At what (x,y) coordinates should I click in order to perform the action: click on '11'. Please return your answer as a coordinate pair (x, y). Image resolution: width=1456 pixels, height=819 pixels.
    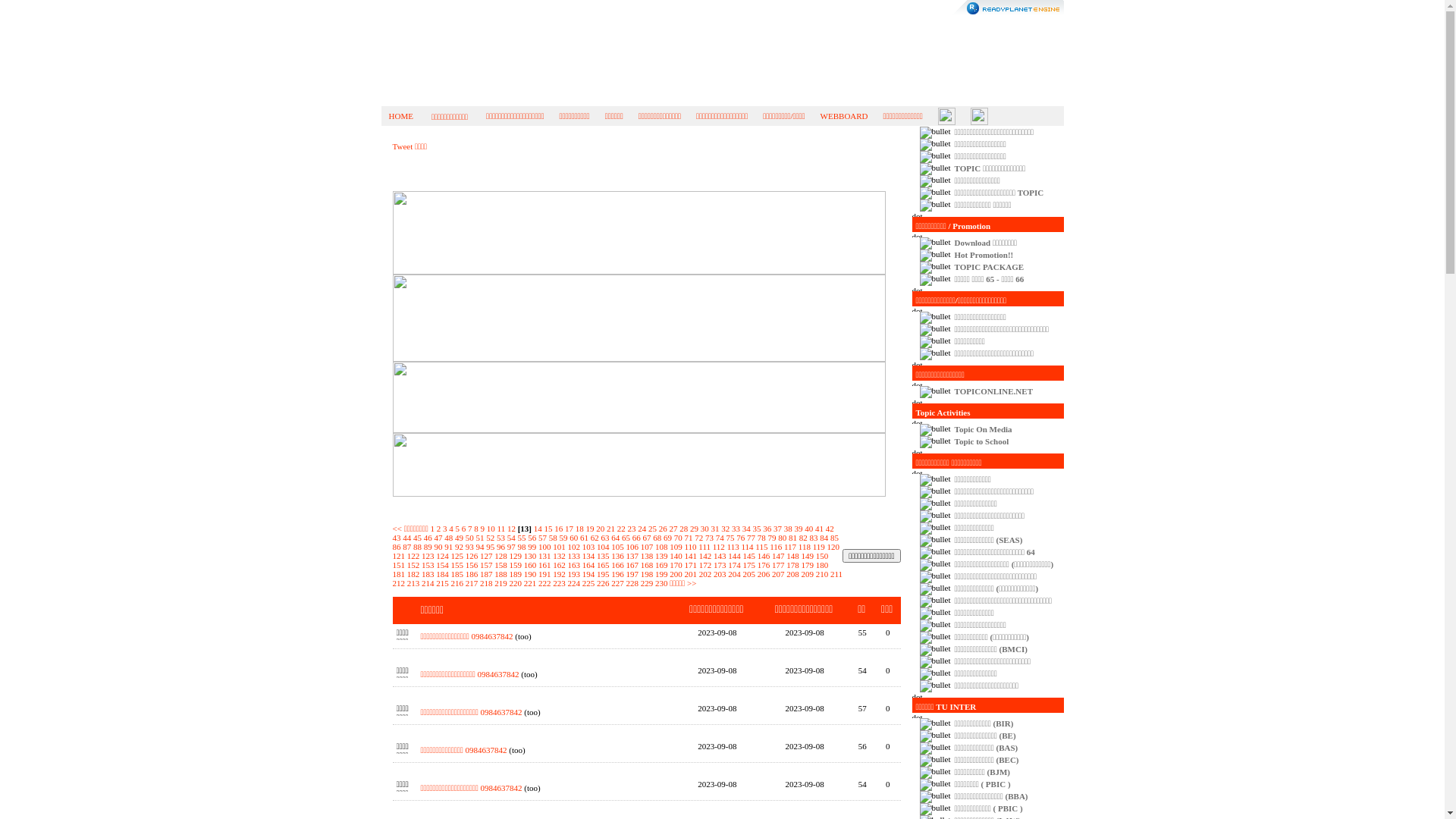
    Looking at the image, I should click on (501, 528).